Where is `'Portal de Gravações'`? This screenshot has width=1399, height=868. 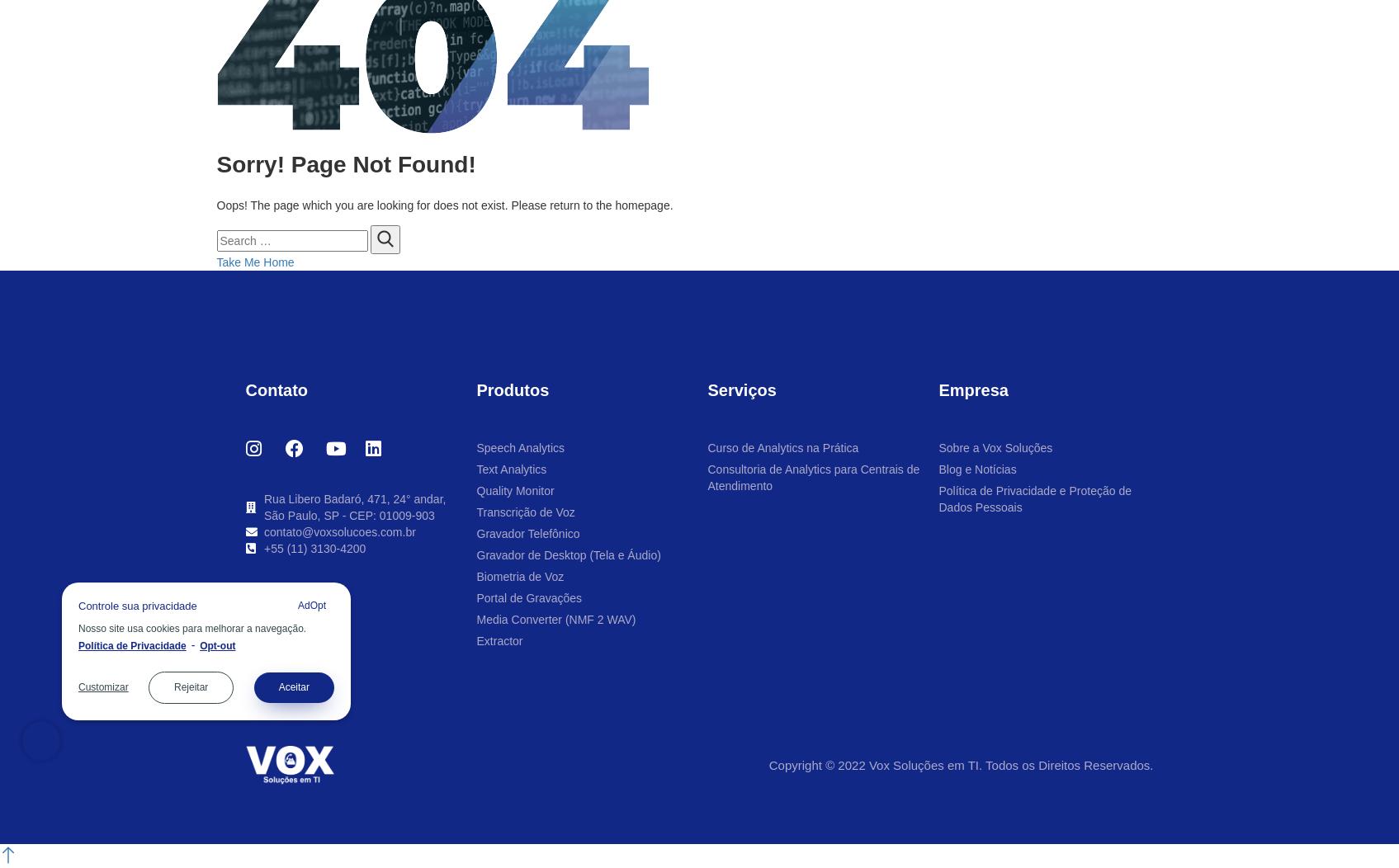
'Portal de Gravações' is located at coordinates (528, 597).